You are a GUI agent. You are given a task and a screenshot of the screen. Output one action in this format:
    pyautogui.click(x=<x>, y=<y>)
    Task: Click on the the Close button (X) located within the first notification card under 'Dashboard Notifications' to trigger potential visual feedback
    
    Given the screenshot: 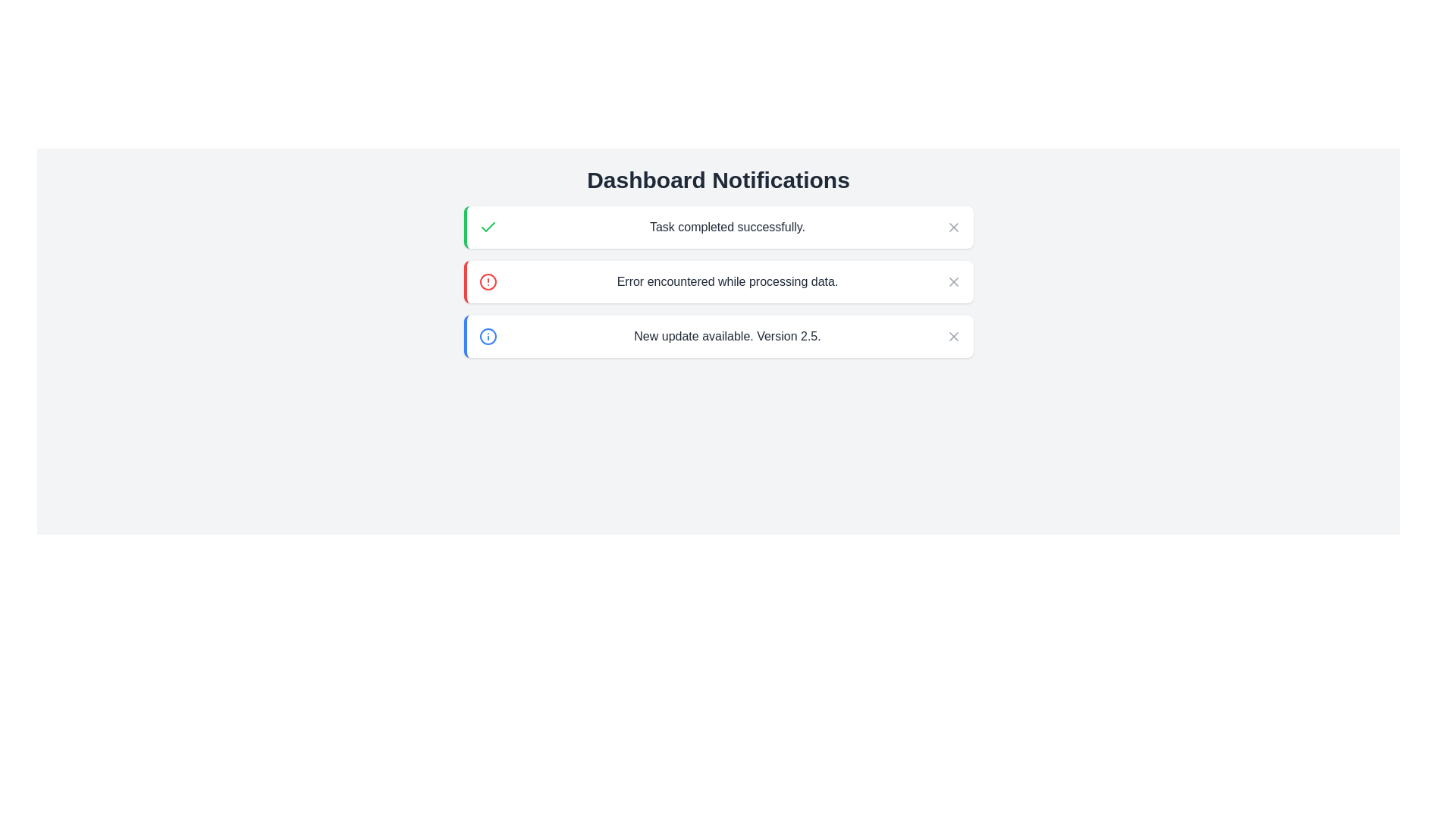 What is the action you would take?
    pyautogui.click(x=952, y=227)
    